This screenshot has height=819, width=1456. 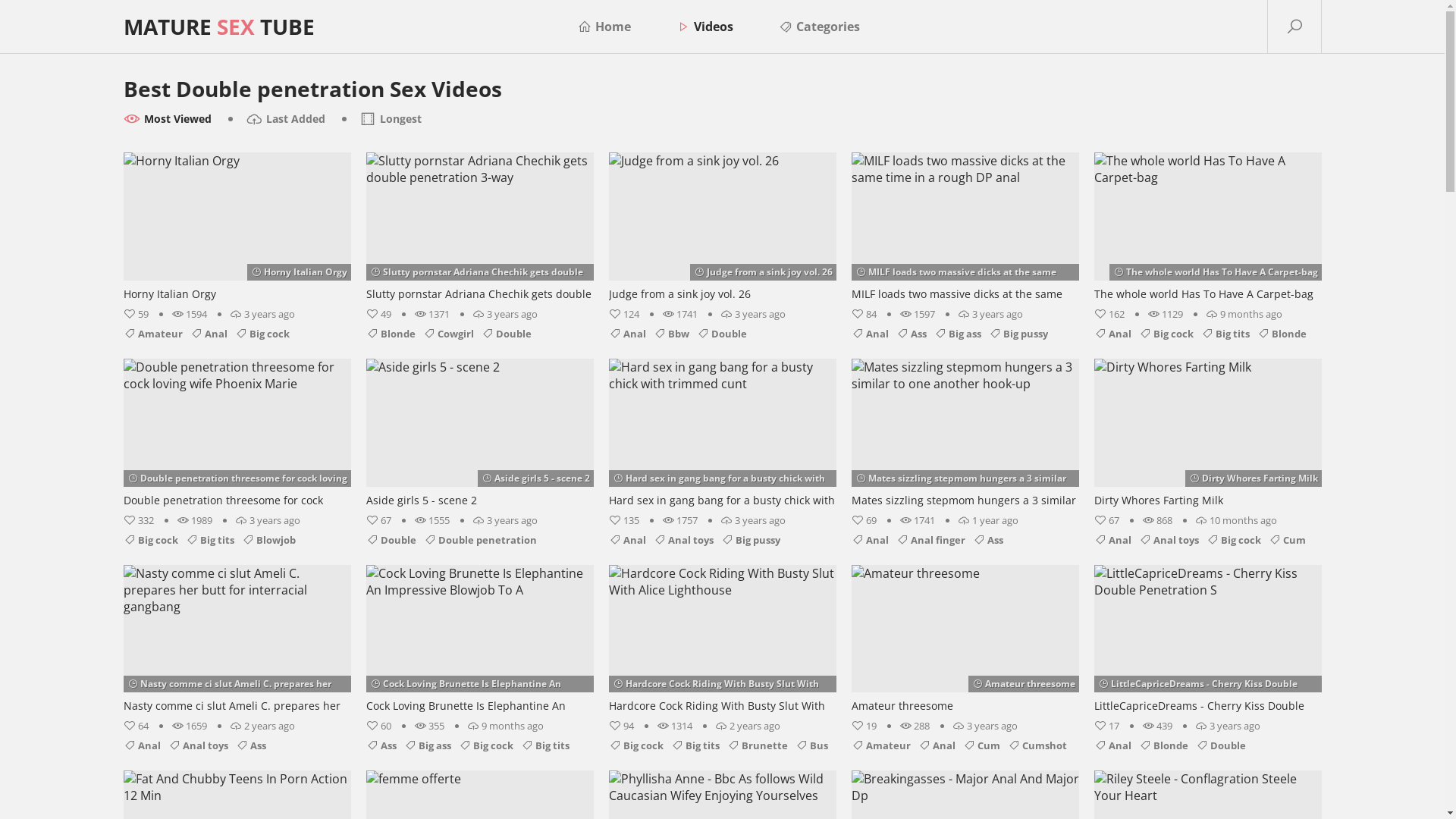 What do you see at coordinates (268, 538) in the screenshot?
I see `'Blowjob'` at bounding box center [268, 538].